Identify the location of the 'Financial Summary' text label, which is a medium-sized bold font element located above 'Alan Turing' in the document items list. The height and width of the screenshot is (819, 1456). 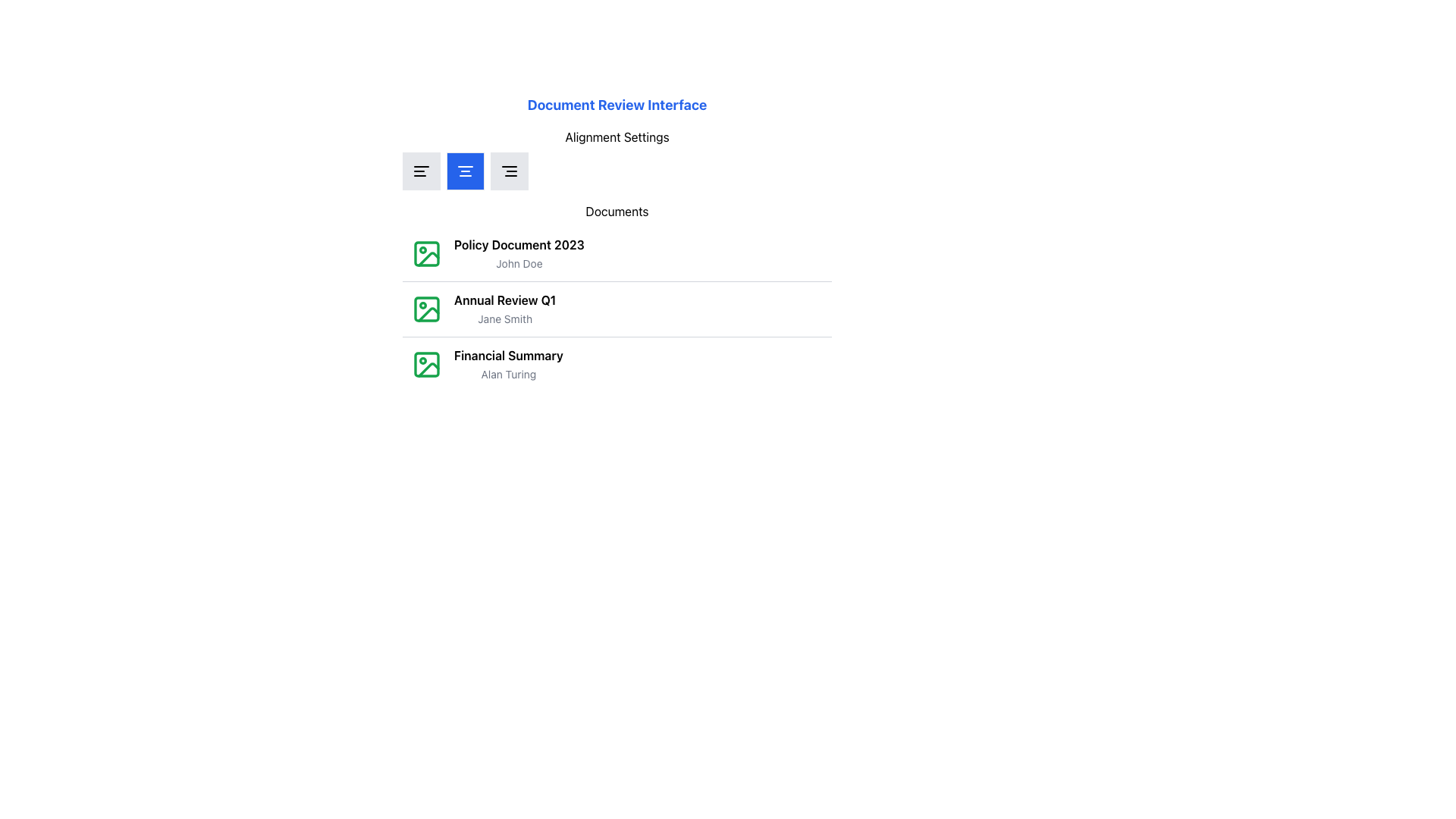
(508, 356).